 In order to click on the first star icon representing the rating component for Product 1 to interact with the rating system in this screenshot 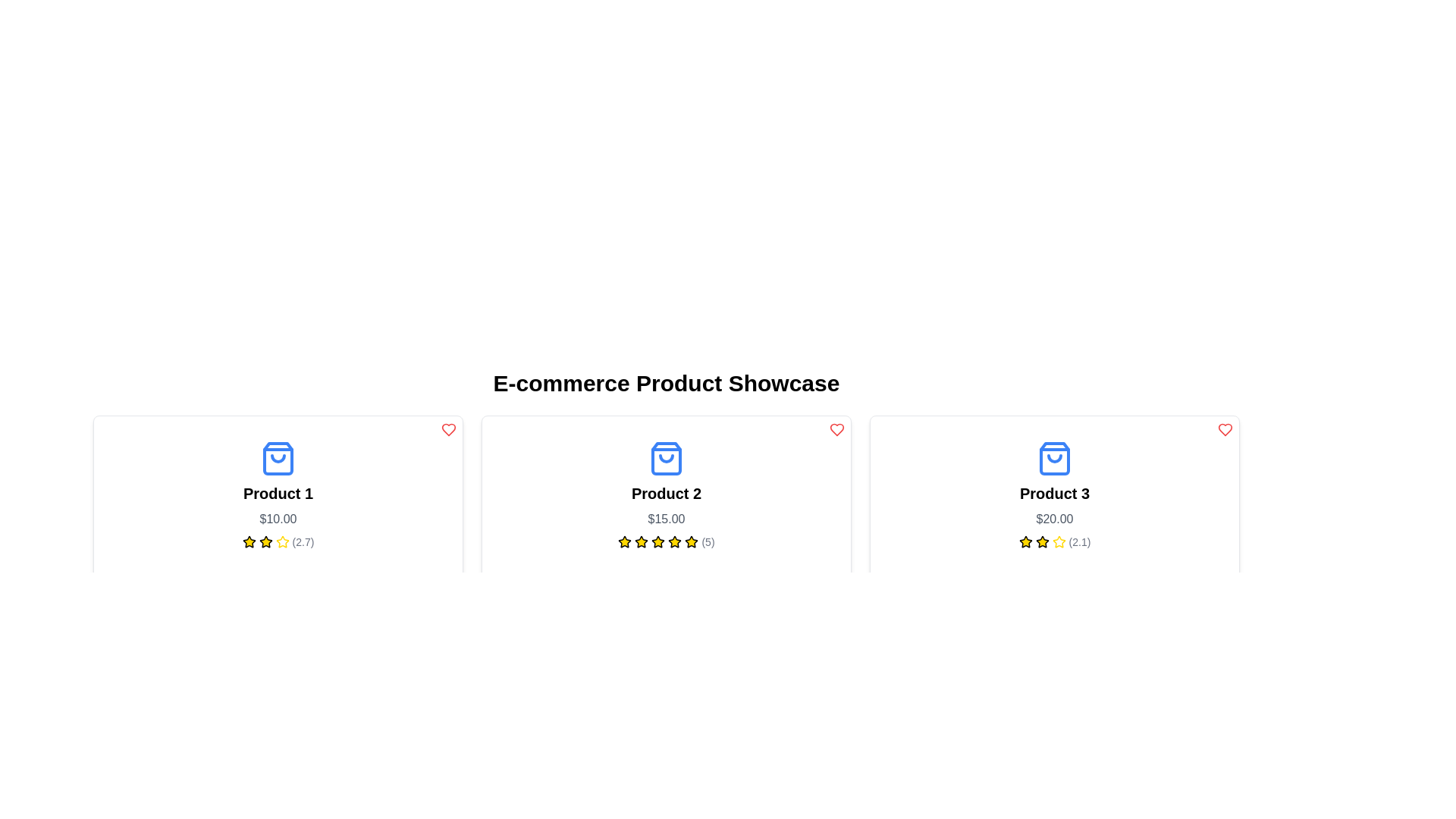, I will do `click(249, 541)`.